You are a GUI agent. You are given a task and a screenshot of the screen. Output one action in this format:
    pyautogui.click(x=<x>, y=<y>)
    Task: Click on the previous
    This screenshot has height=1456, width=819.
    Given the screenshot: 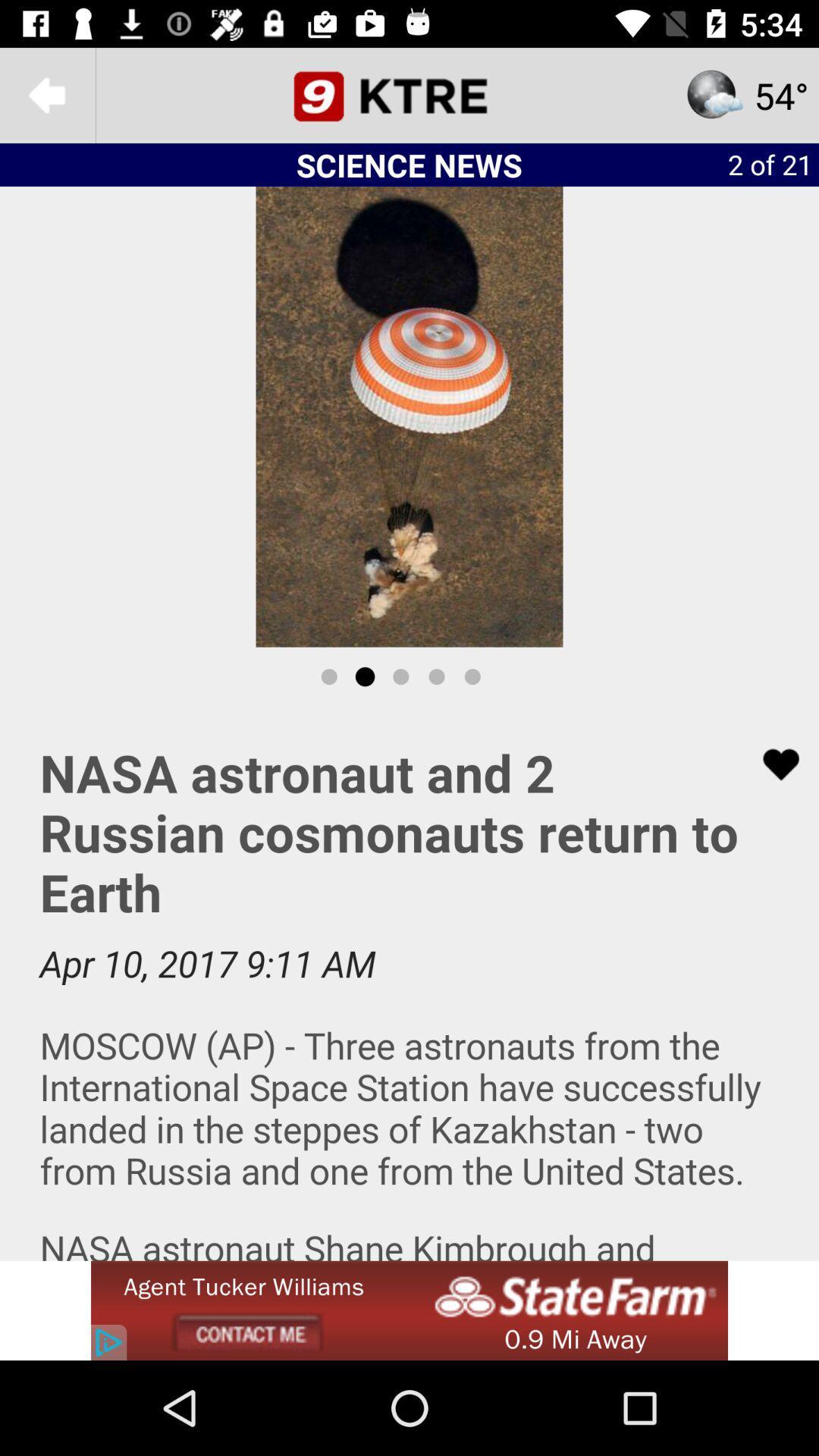 What is the action you would take?
    pyautogui.click(x=46, y=94)
    